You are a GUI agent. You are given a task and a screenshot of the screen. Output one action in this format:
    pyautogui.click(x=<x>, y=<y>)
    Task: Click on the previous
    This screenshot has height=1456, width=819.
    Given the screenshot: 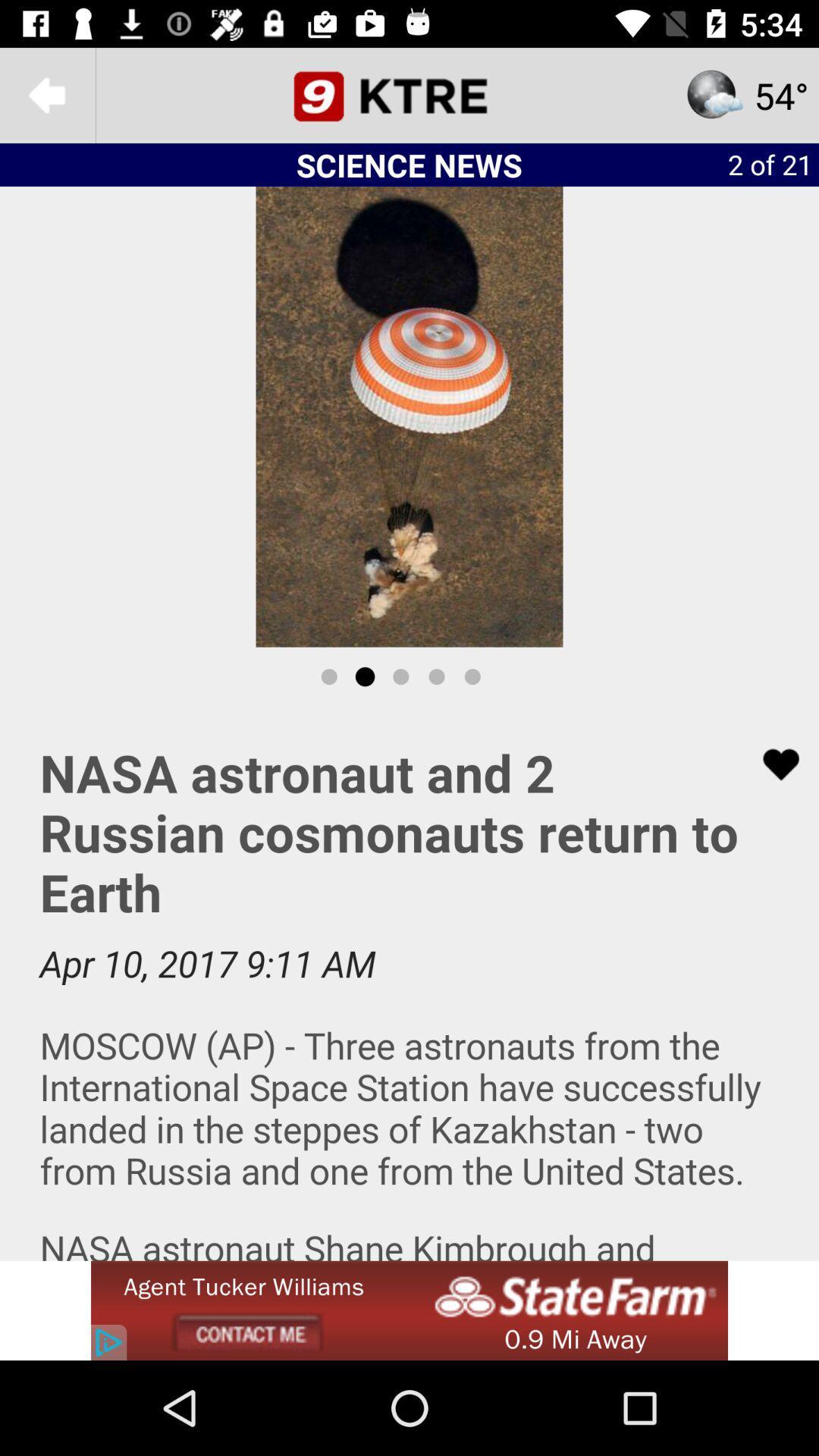 What is the action you would take?
    pyautogui.click(x=46, y=94)
    